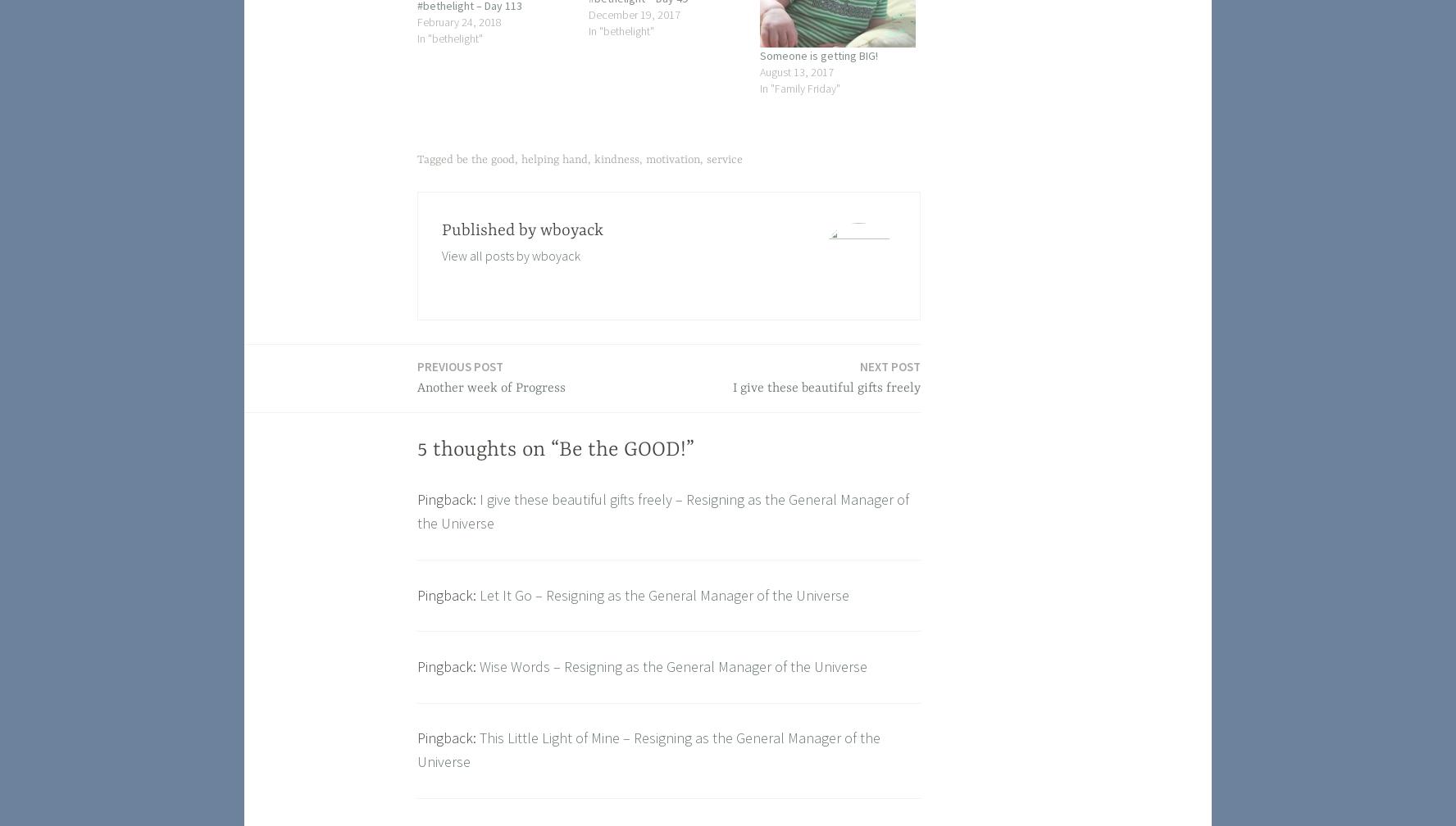 The width and height of the screenshot is (1456, 826). I want to click on 'This Little Light of Mine – Resigning as the General Manager of the Universe', so click(648, 749).